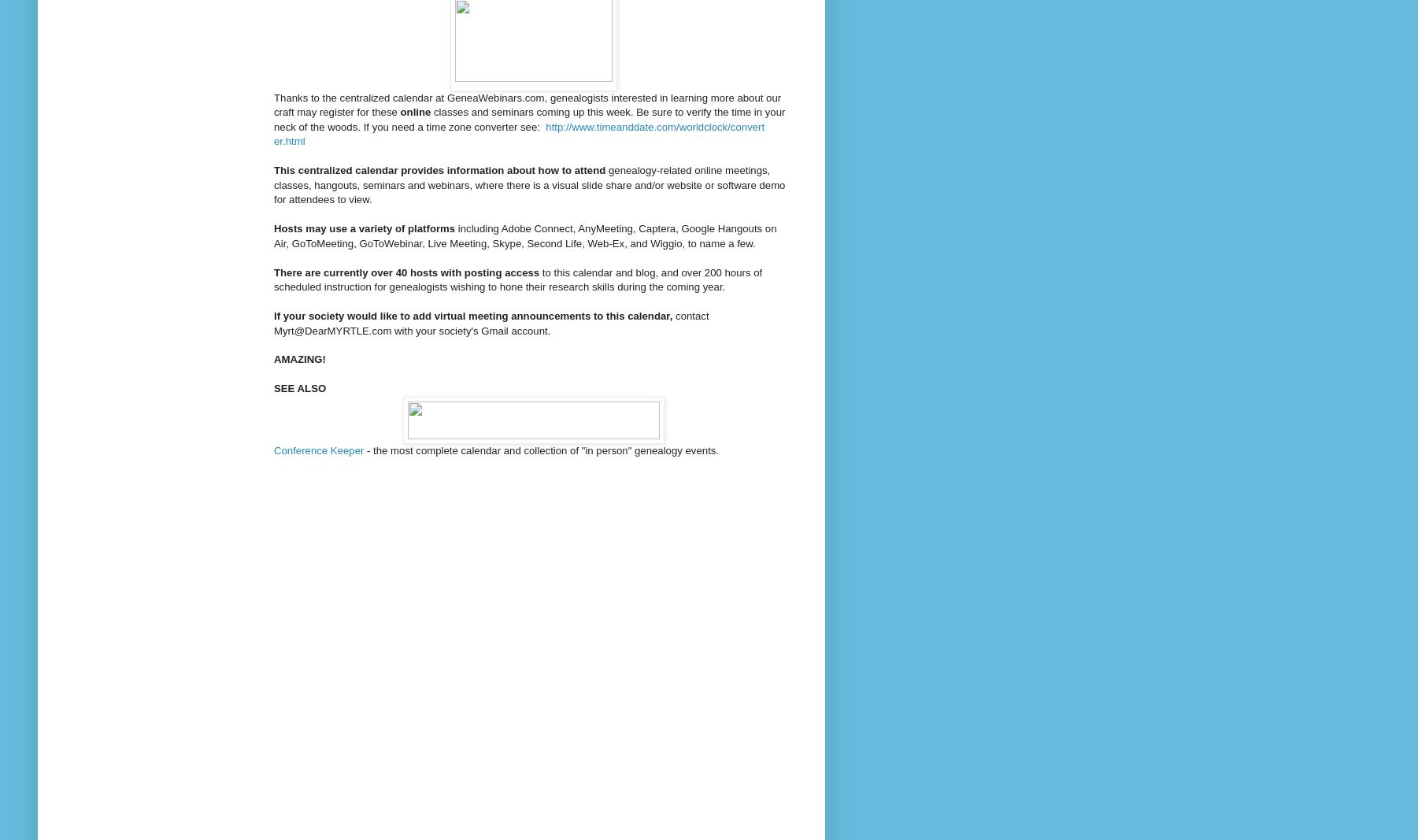 The image size is (1418, 840). Describe the element at coordinates (729, 125) in the screenshot. I see `'ldclock/convert'` at that location.